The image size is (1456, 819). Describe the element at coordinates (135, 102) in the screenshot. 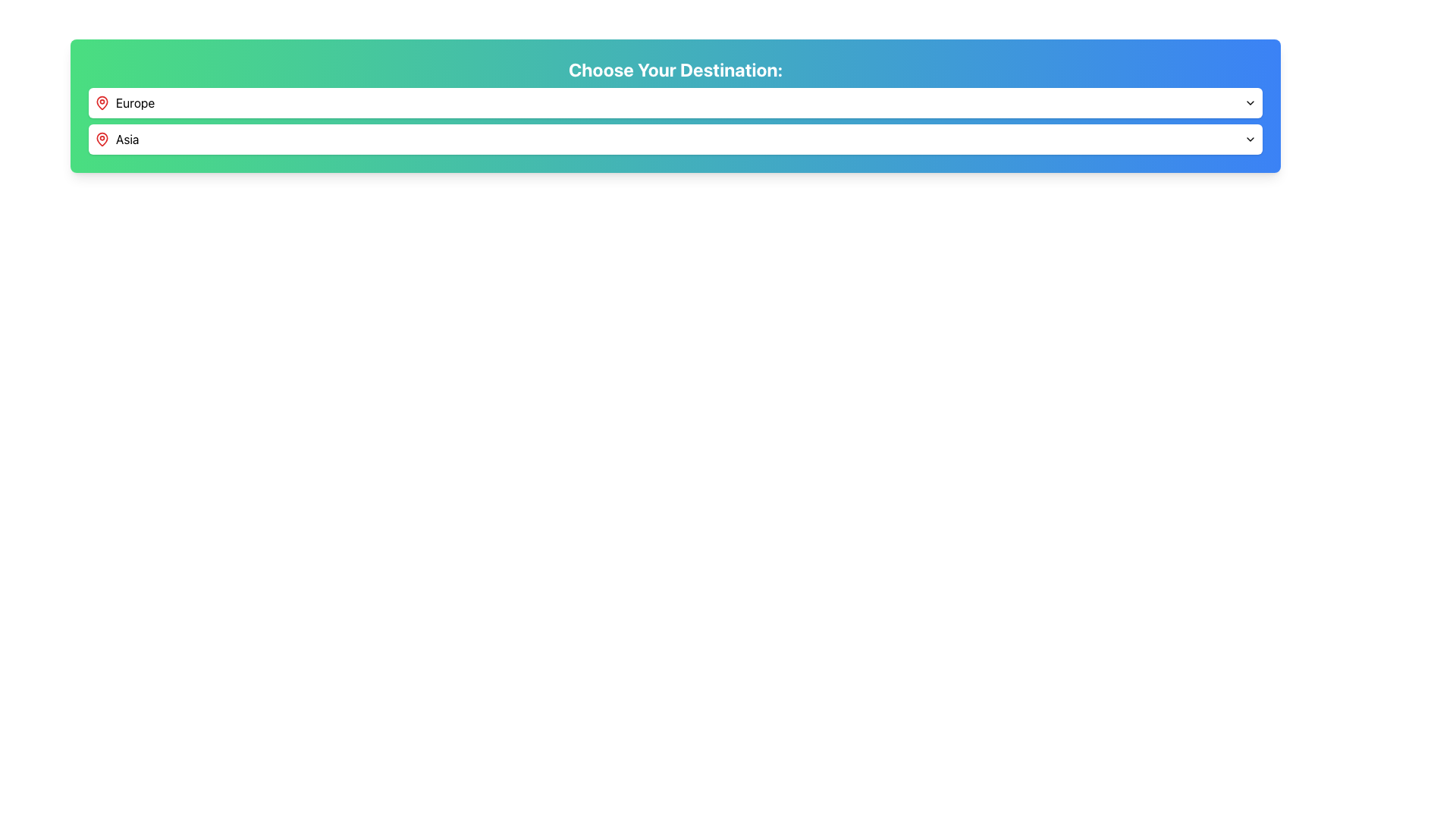

I see `the text label displaying 'Europe'` at that location.